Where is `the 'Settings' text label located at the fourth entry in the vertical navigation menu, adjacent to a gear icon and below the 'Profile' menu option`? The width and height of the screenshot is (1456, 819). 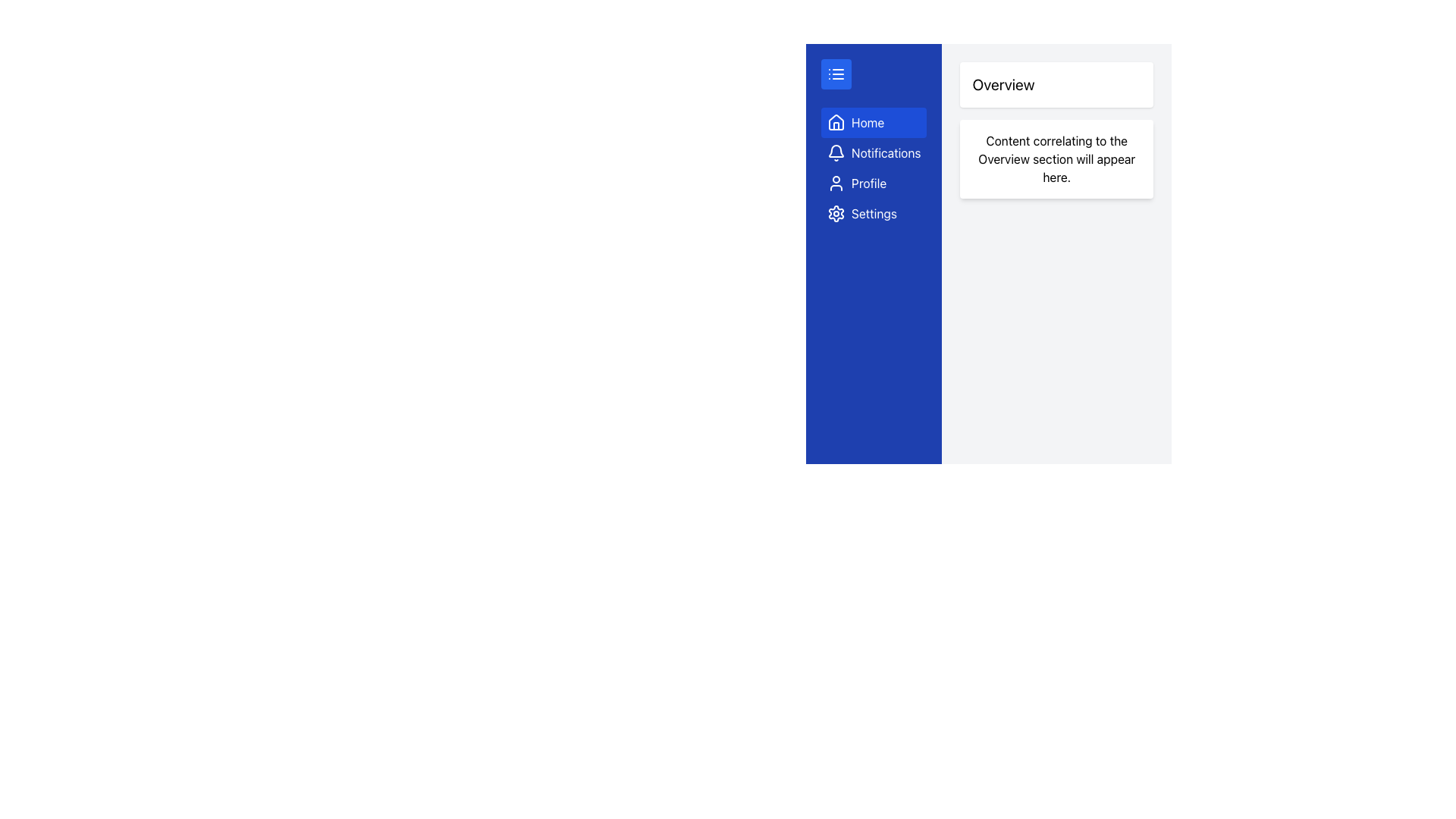
the 'Settings' text label located at the fourth entry in the vertical navigation menu, adjacent to a gear icon and below the 'Profile' menu option is located at coordinates (874, 213).